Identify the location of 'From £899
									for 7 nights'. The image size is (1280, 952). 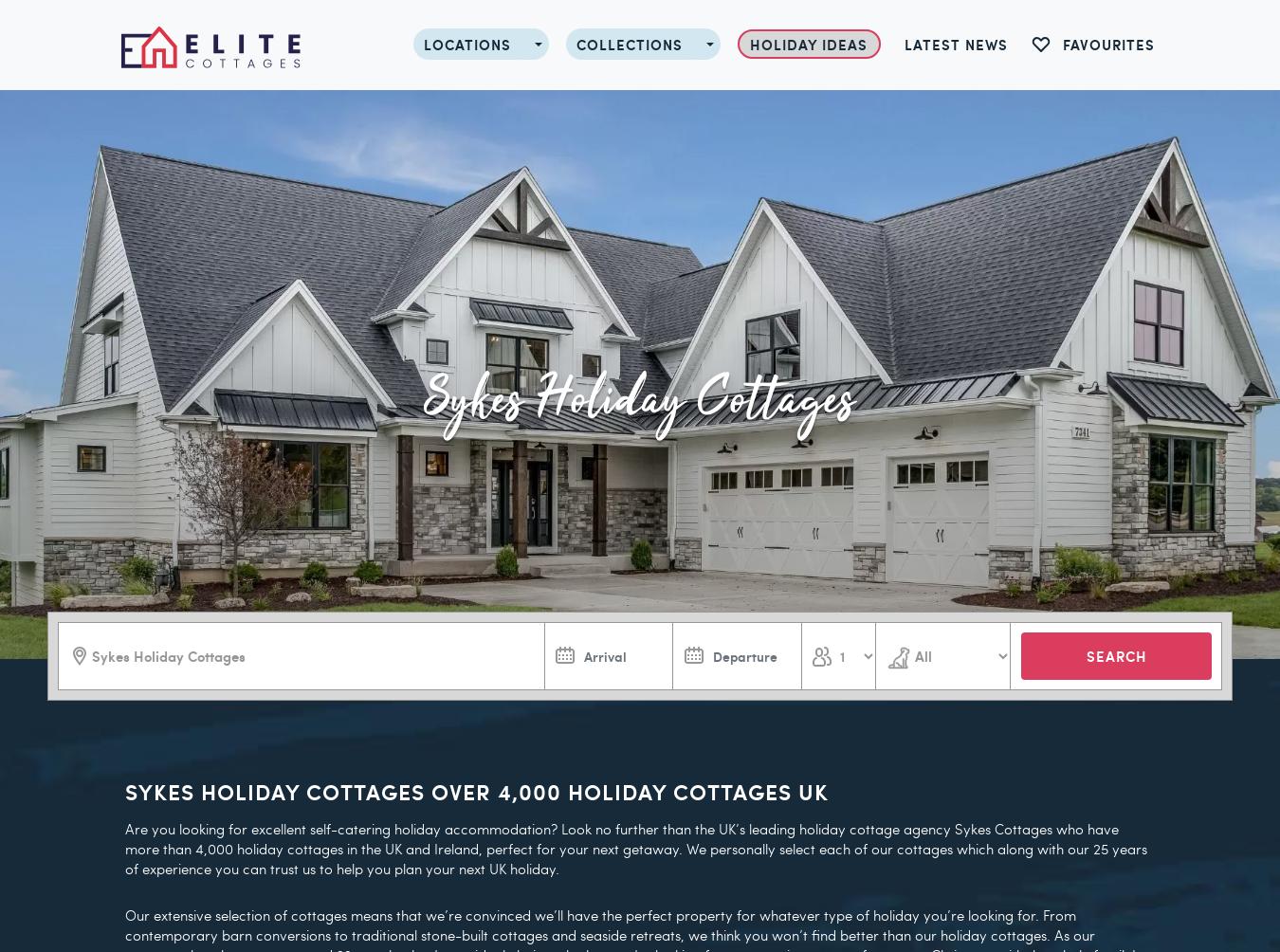
(673, 576).